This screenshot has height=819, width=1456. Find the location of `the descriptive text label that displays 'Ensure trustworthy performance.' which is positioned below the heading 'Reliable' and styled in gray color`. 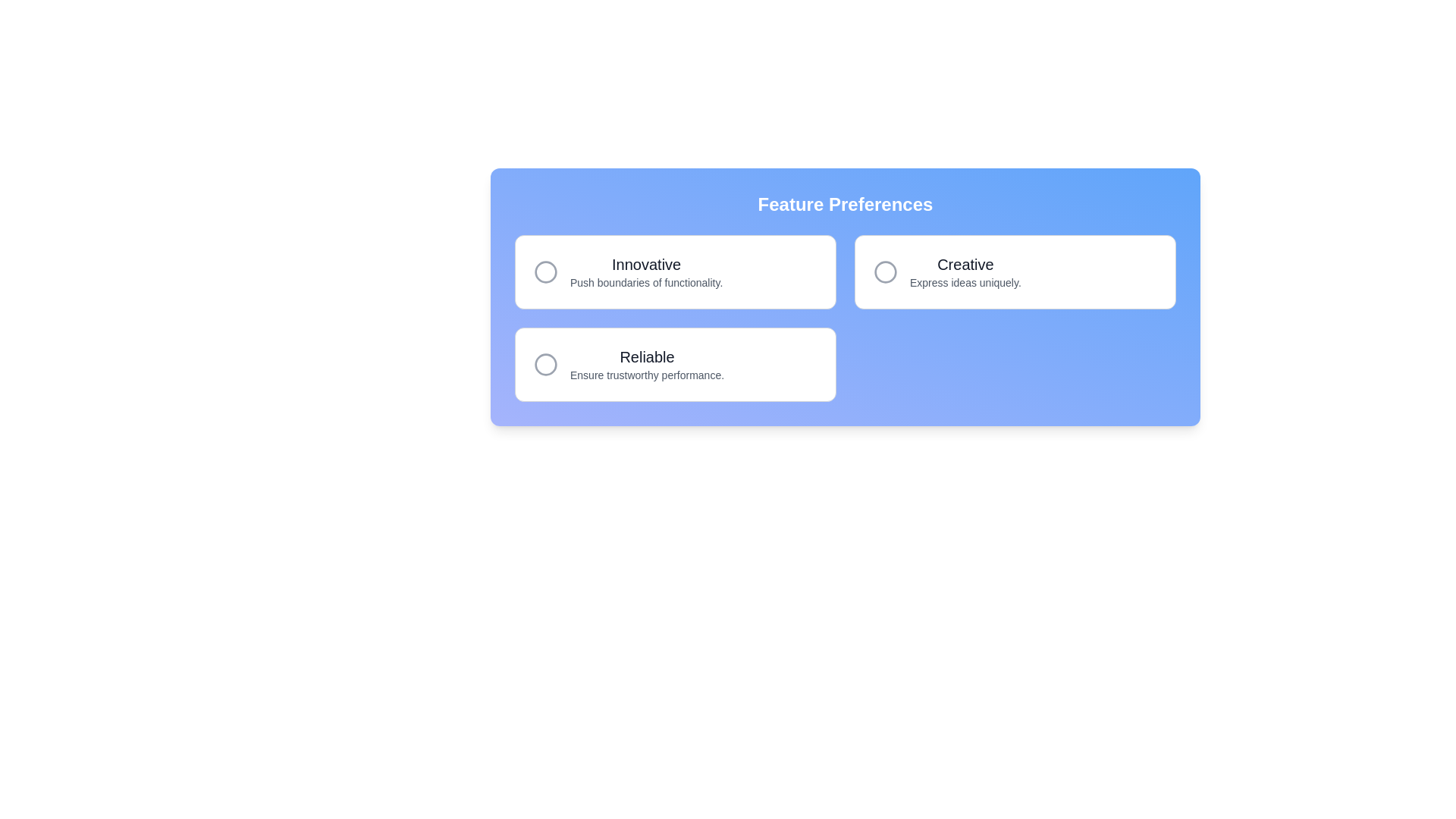

the descriptive text label that displays 'Ensure trustworthy performance.' which is positioned below the heading 'Reliable' and styled in gray color is located at coordinates (647, 375).